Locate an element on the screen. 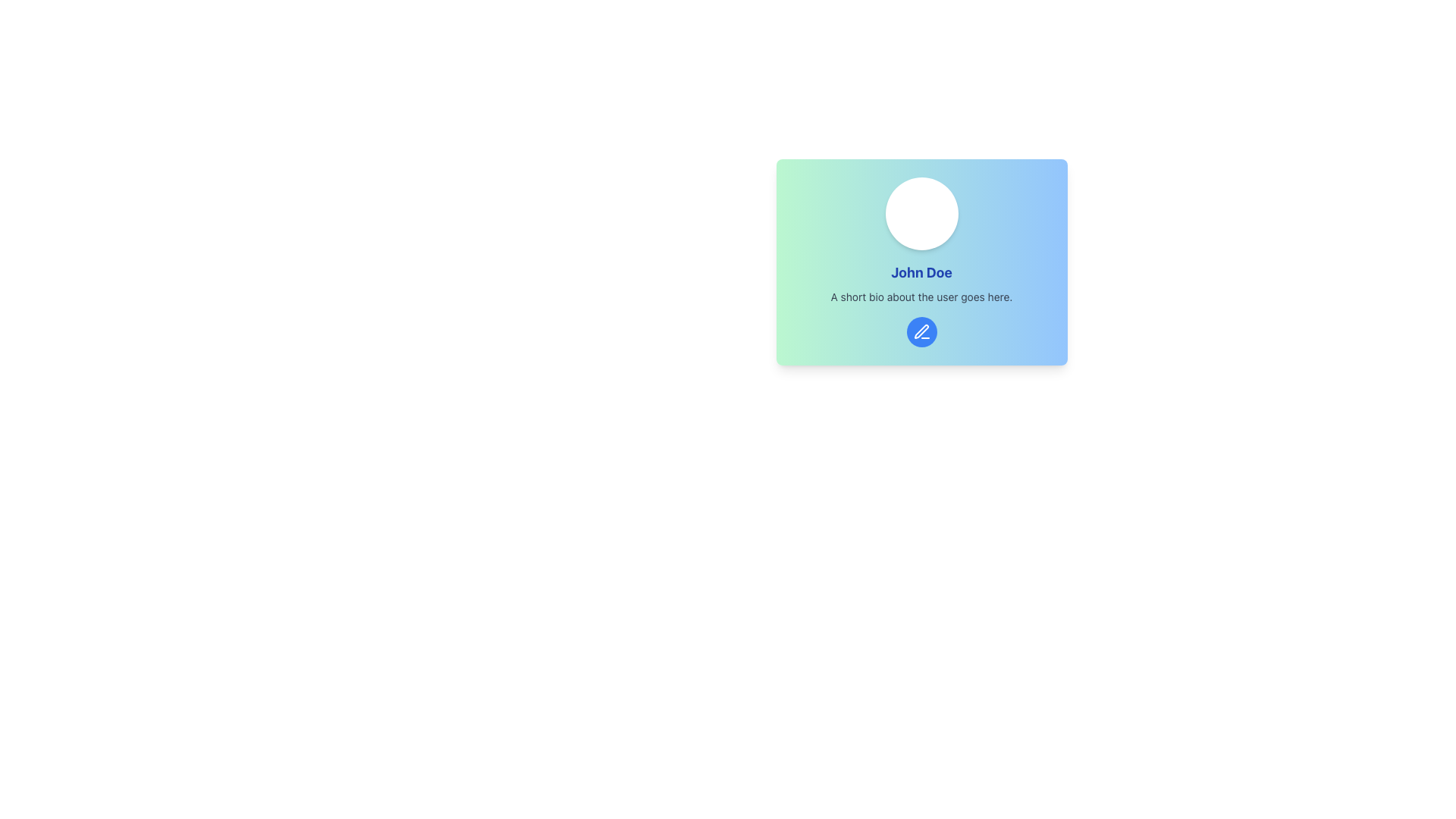 This screenshot has width=1456, height=819. the edit icon within the circular button located at the bottom edge of the user card is located at coordinates (921, 331).